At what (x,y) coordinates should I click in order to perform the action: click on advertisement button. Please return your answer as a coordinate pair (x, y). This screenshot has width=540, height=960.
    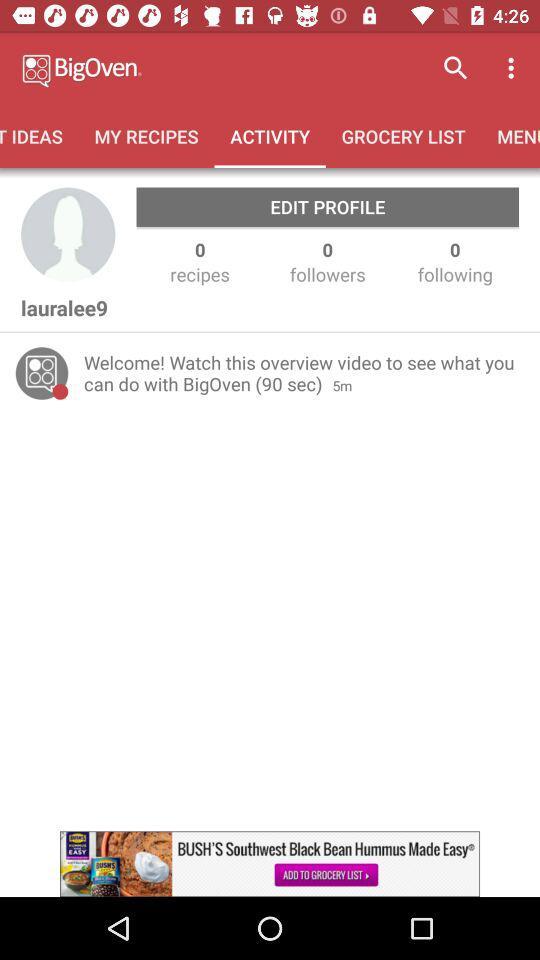
    Looking at the image, I should click on (270, 863).